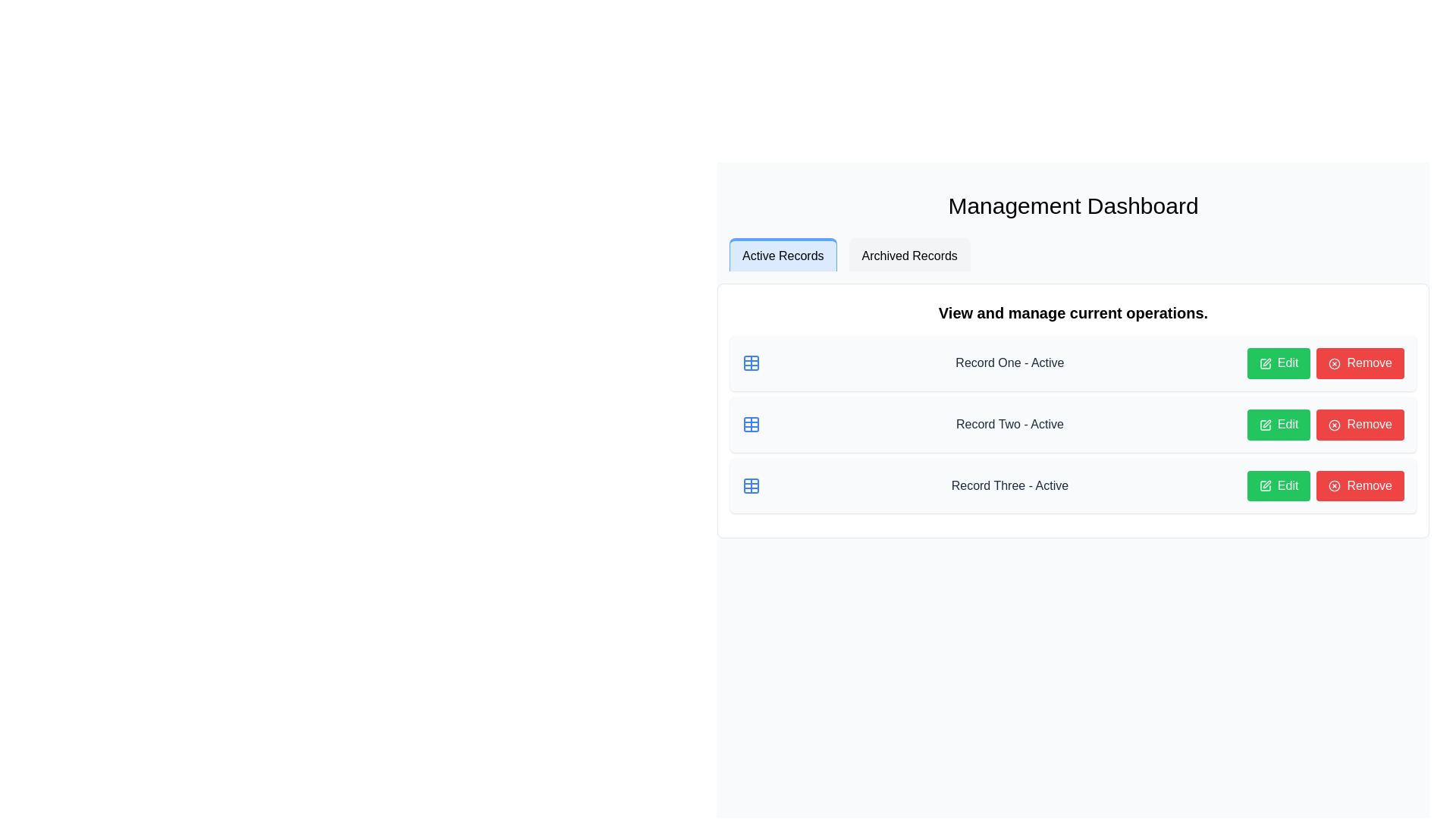  What do you see at coordinates (751, 485) in the screenshot?
I see `the blue table-like icon with grid patterns located to the left of the text 'Record Three - Active' in the third row of the 'Active Records' tab` at bounding box center [751, 485].